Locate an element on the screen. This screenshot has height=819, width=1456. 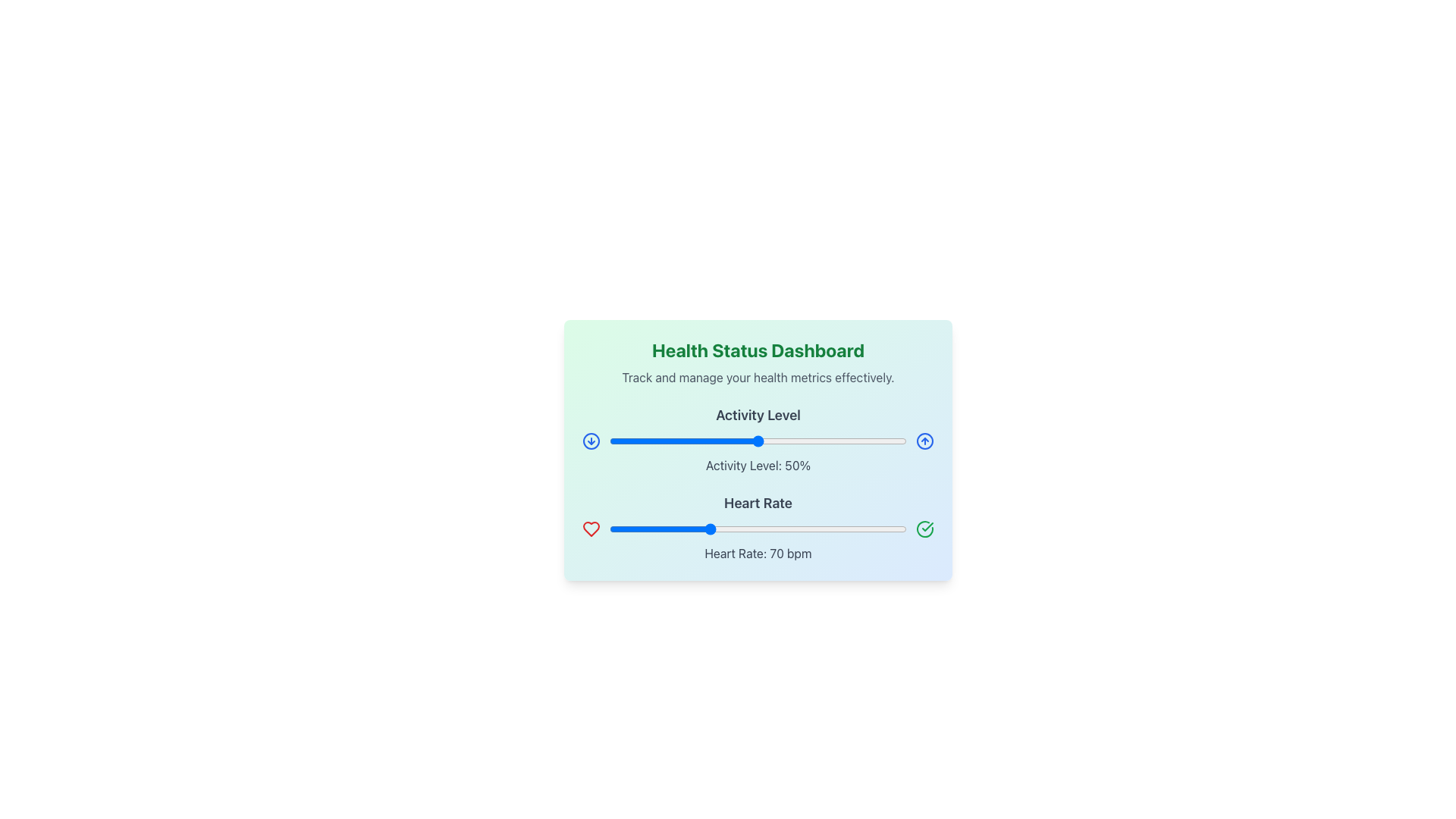
heart rate is located at coordinates (839, 529).